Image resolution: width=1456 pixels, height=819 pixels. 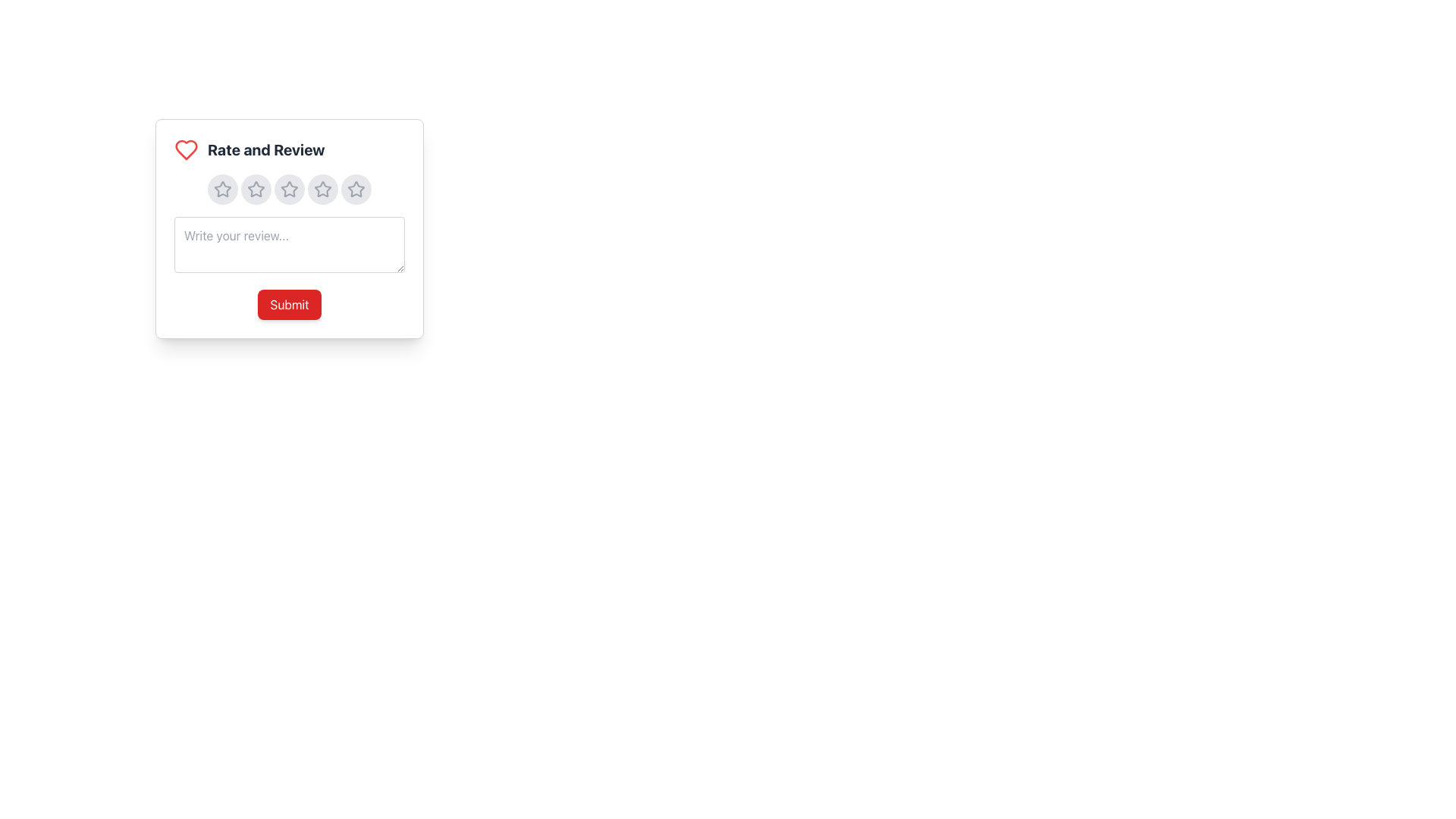 I want to click on the red heart-shaped icon located at the leftmost position above the rating stars and review input box, adjacent to the 'Rate and Review' title text, so click(x=185, y=149).